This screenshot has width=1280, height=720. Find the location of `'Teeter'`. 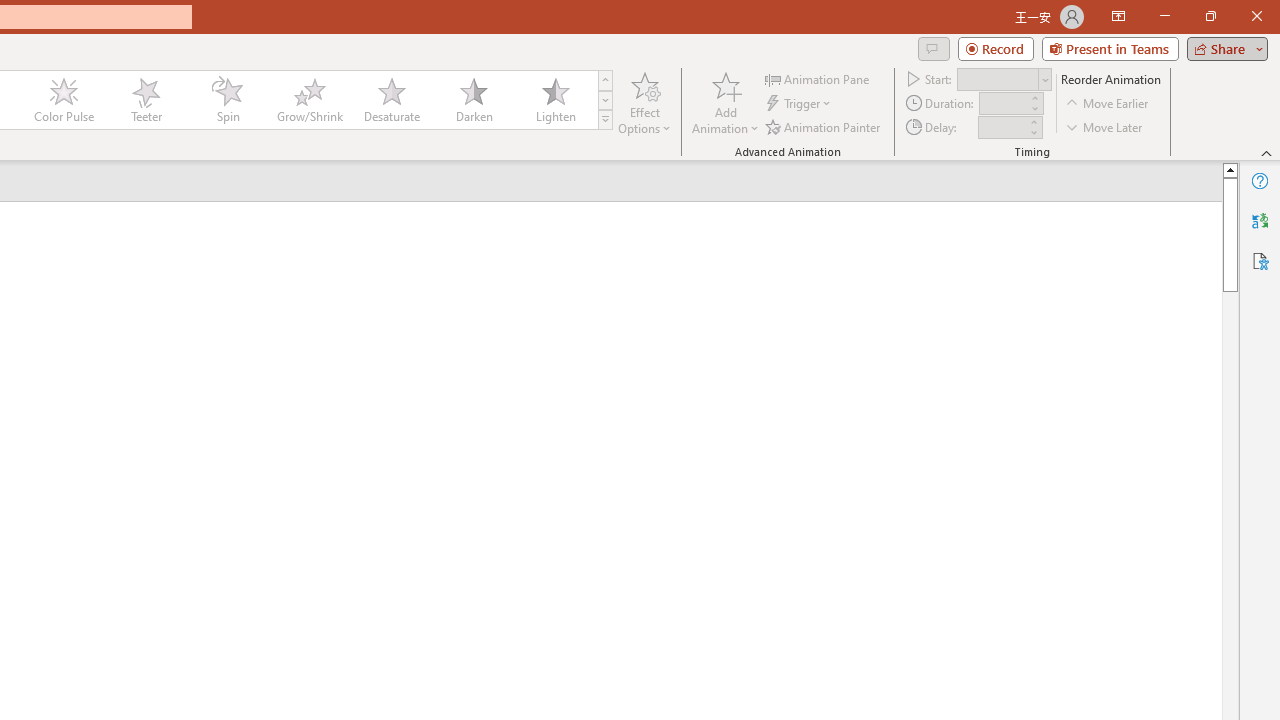

'Teeter' is located at coordinates (144, 100).